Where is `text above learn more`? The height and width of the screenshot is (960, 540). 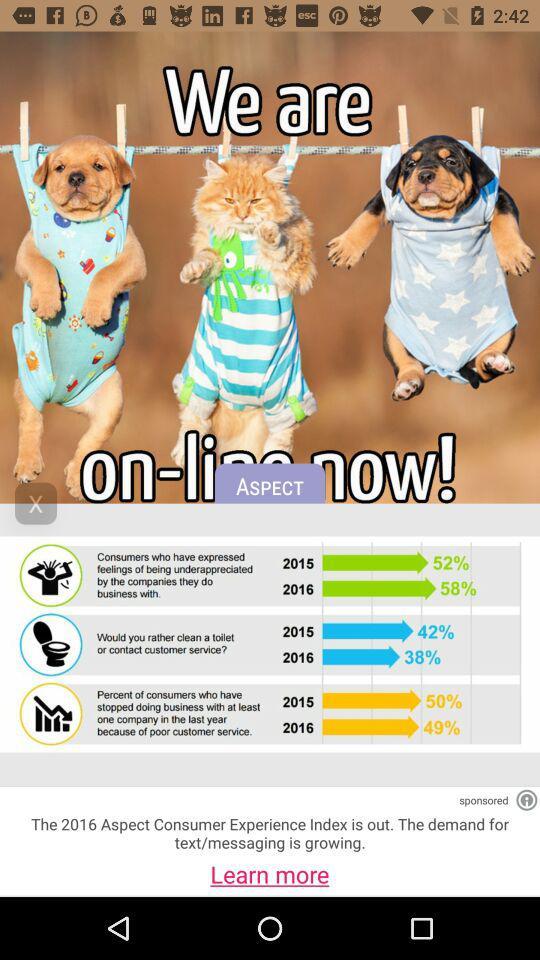
text above learn more is located at coordinates (270, 832).